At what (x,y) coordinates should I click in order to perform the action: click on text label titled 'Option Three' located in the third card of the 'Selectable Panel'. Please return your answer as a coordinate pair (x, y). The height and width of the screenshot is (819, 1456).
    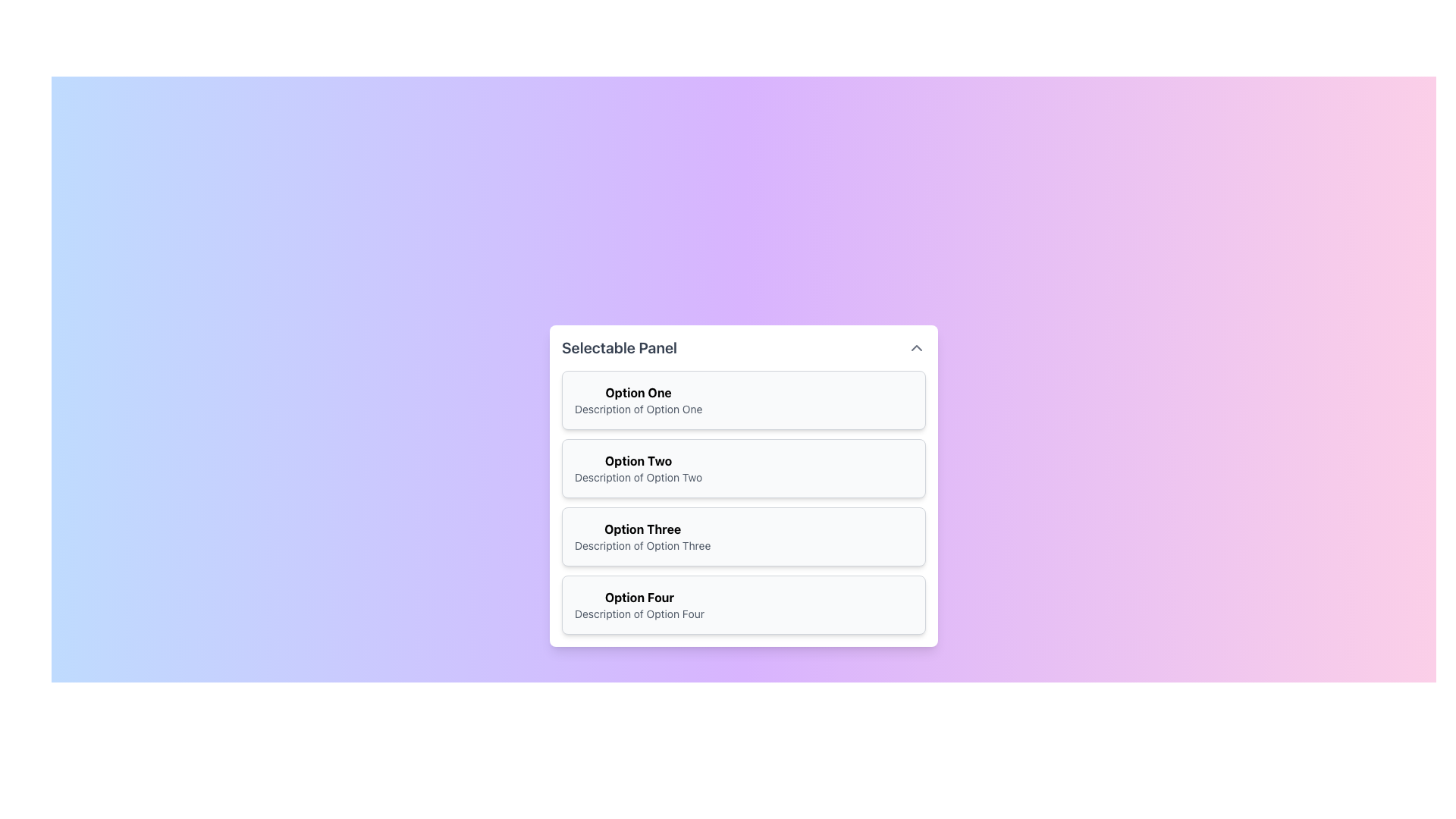
    Looking at the image, I should click on (642, 529).